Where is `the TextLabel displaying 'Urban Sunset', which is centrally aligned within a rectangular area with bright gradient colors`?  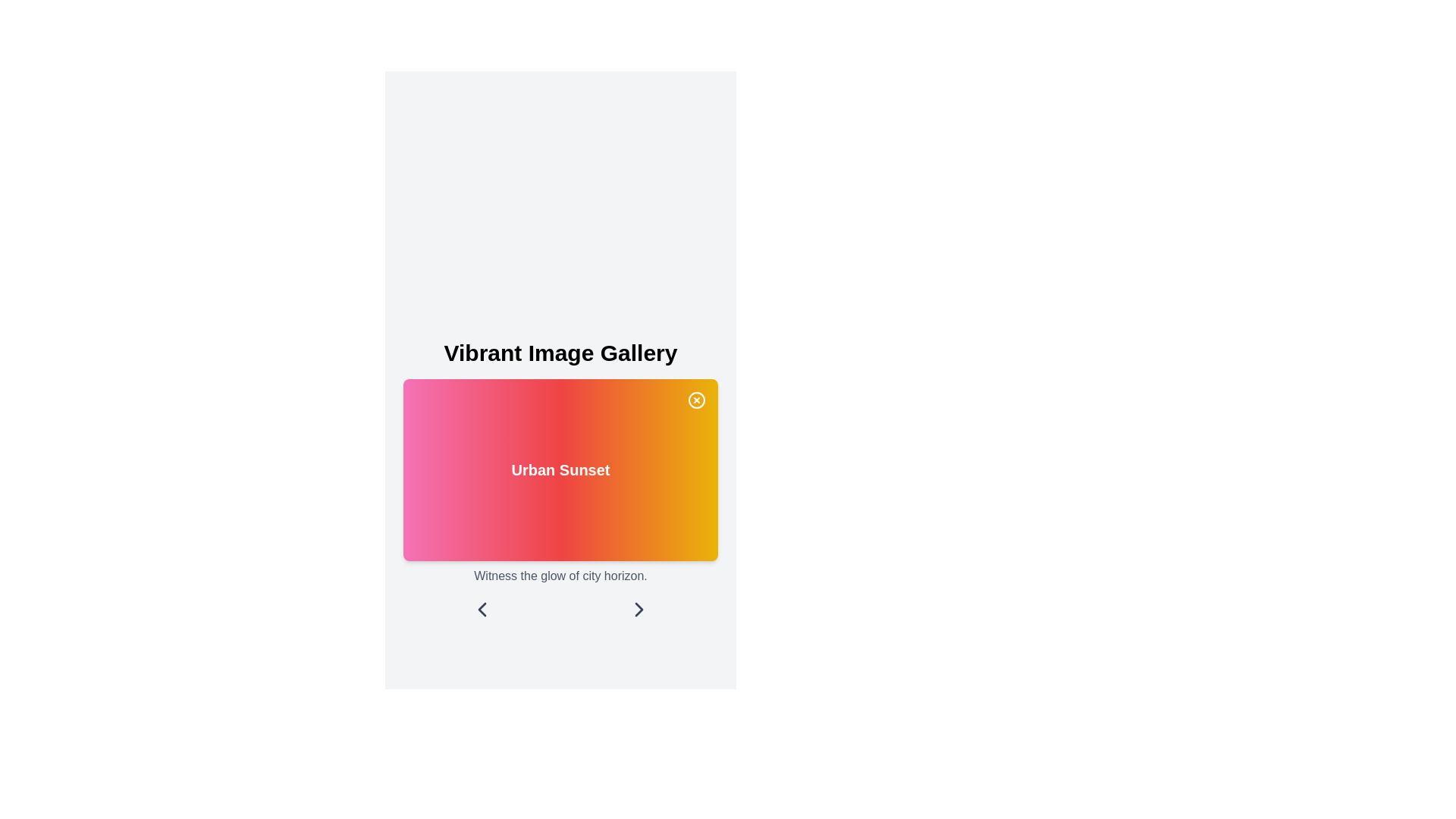
the TextLabel displaying 'Urban Sunset', which is centrally aligned within a rectangular area with bright gradient colors is located at coordinates (560, 469).